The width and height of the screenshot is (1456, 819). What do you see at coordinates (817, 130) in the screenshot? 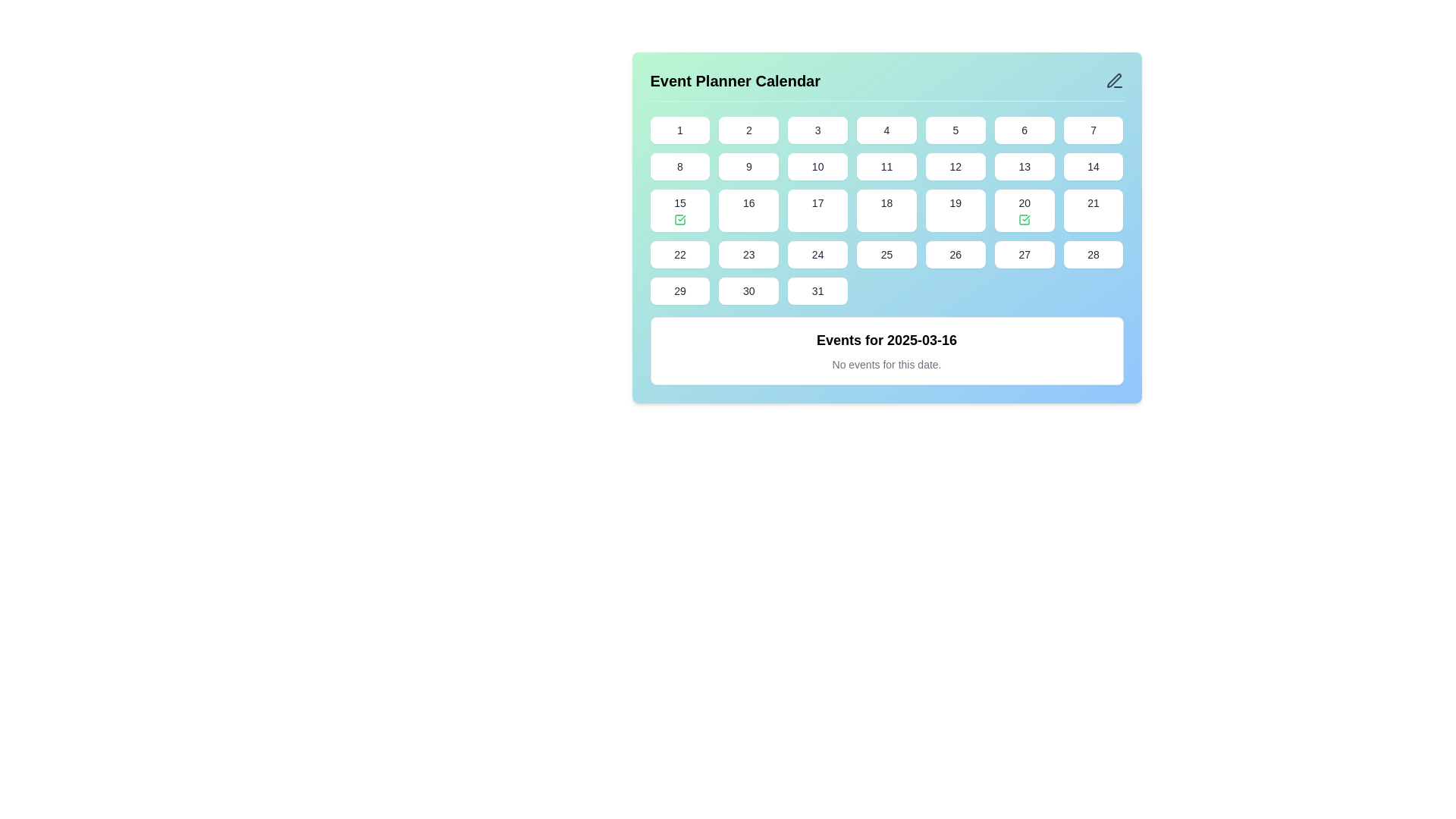
I see `the button corresponding to the 3rd day in the calendar view` at bounding box center [817, 130].